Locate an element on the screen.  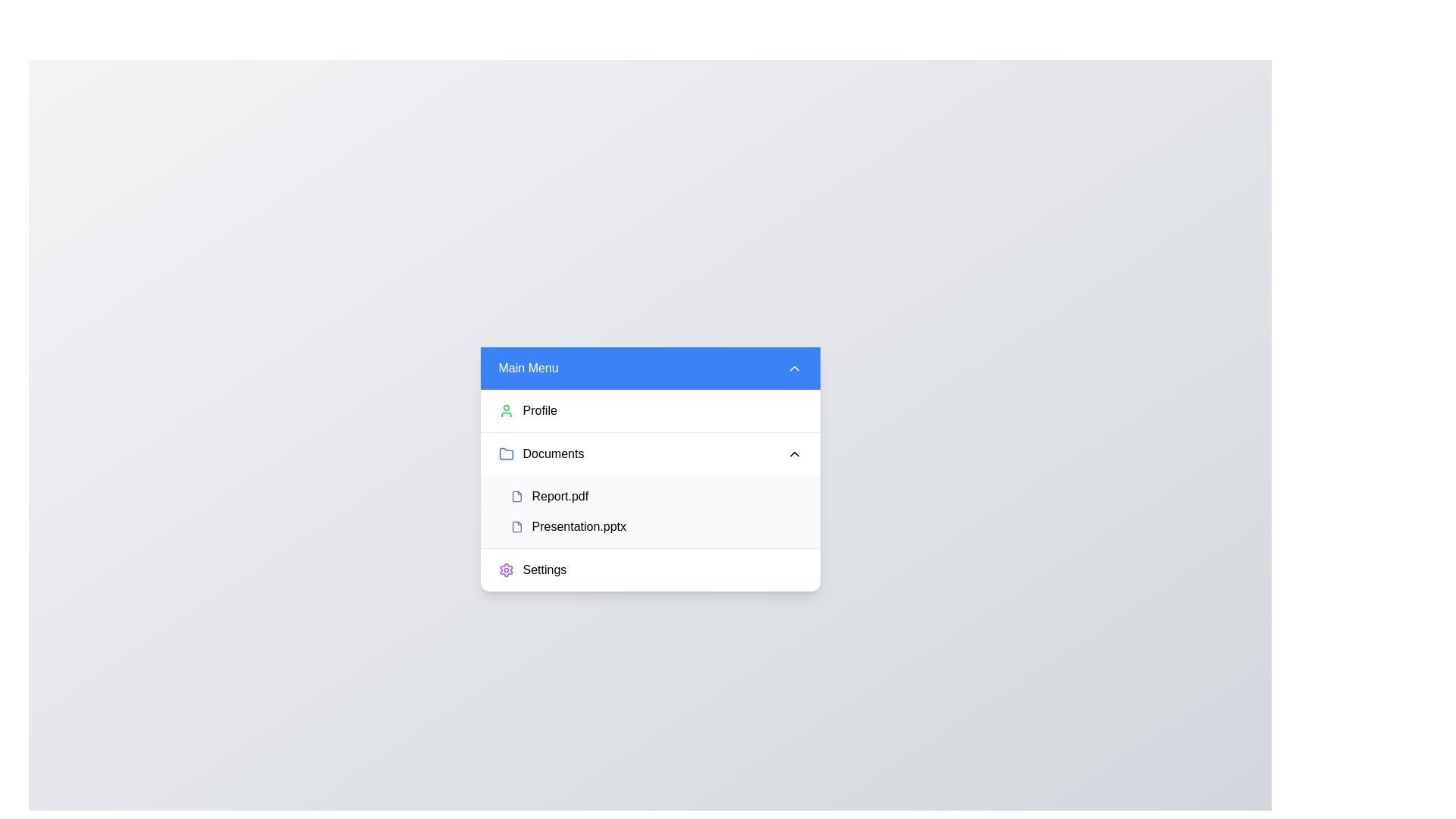
the 'Documents' text label with icon, which is the second item in the vertical menu list in the 'Main Menu' is located at coordinates (541, 453).